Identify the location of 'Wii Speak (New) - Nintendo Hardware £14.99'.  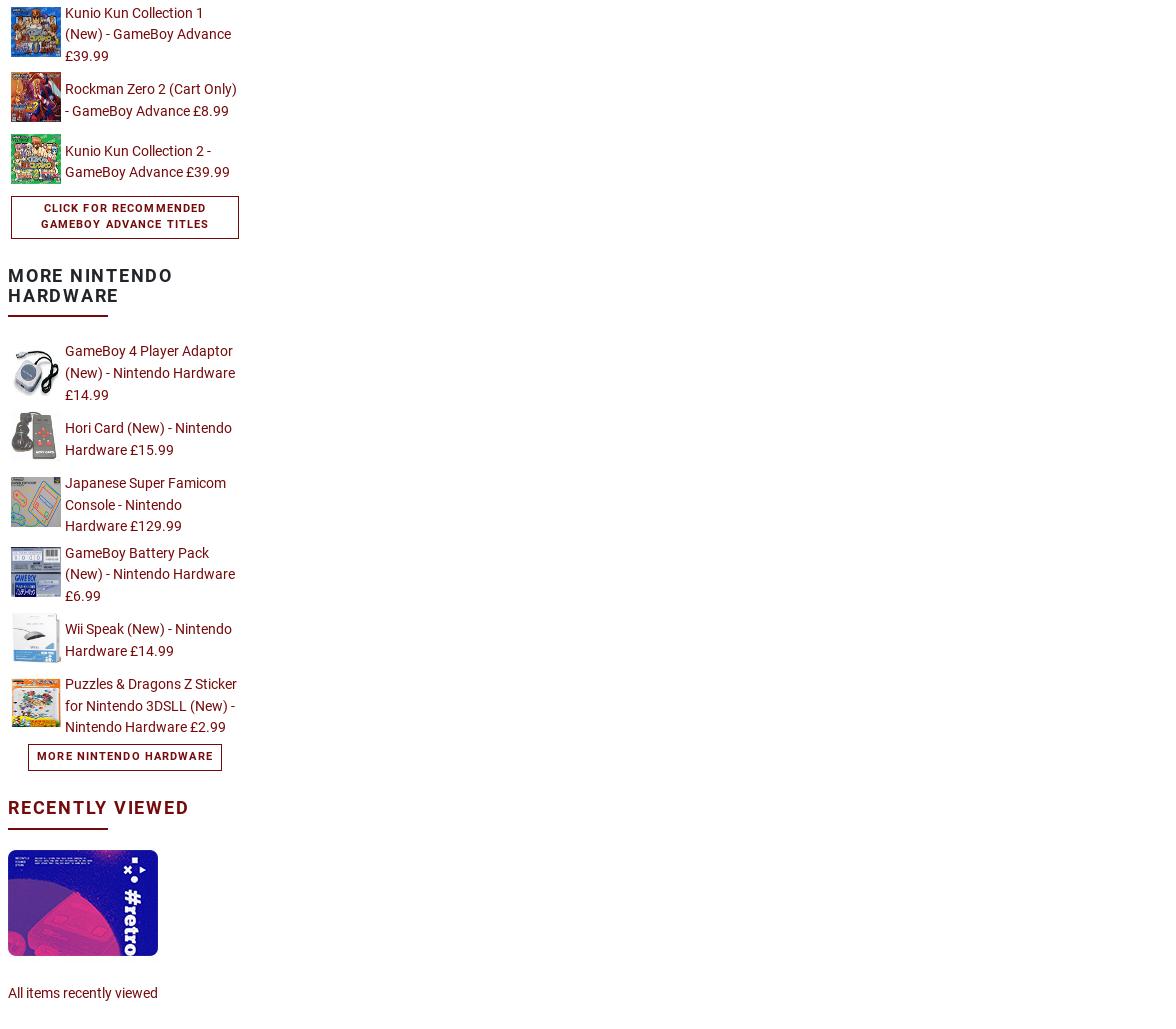
(148, 640).